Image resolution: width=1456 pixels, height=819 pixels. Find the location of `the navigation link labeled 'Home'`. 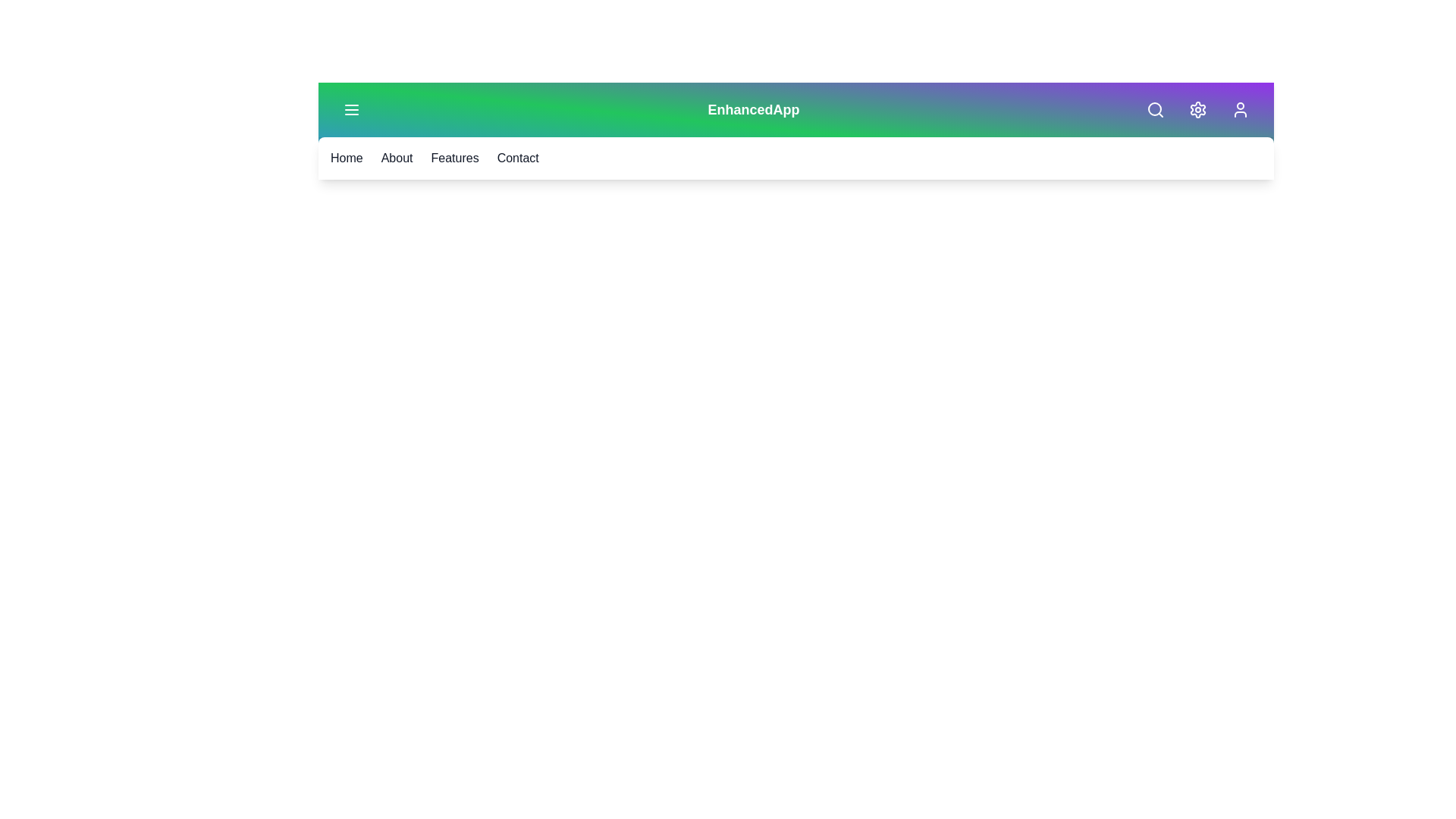

the navigation link labeled 'Home' is located at coordinates (345, 158).